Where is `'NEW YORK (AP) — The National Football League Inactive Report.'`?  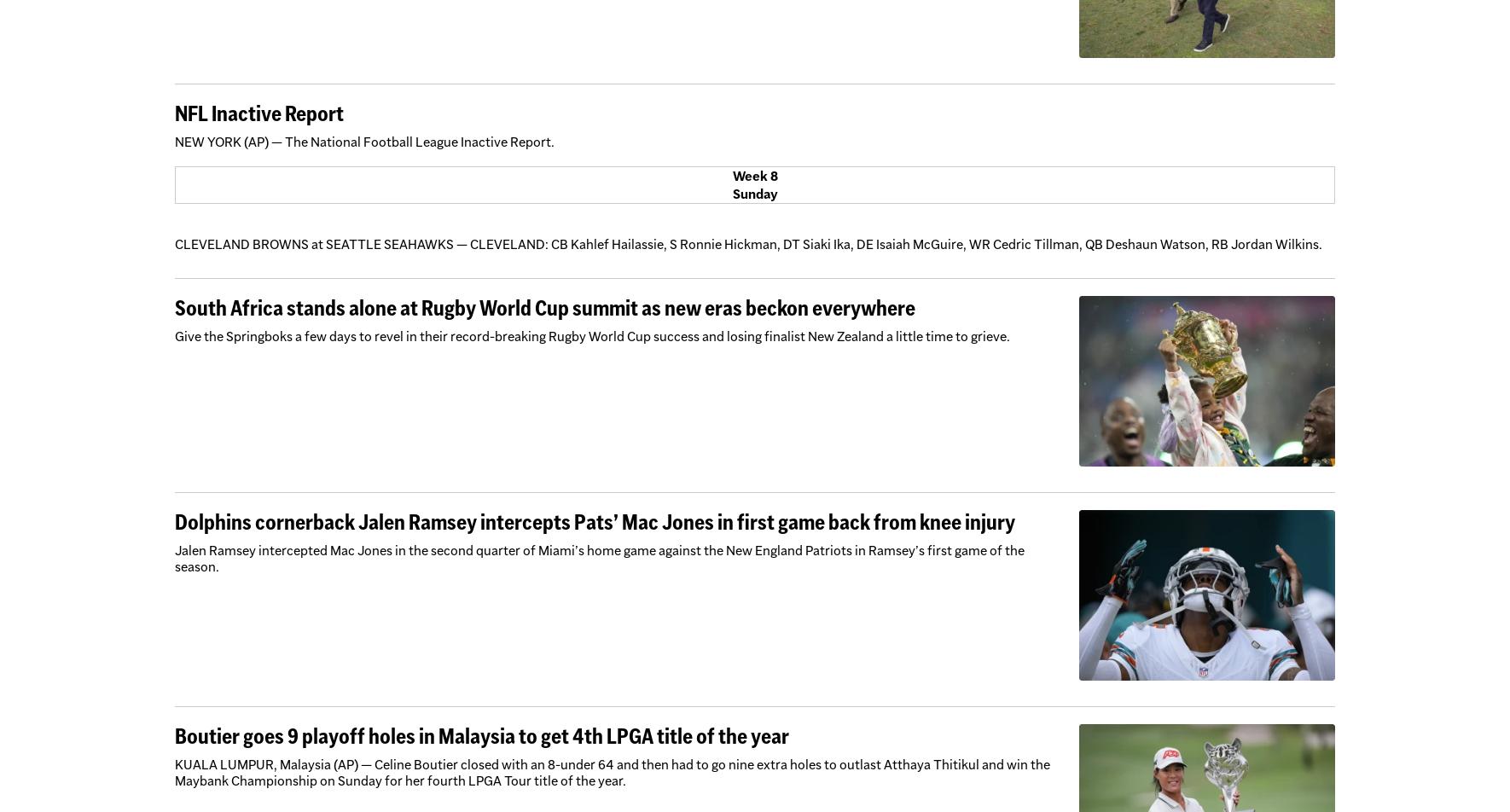 'NEW YORK (AP) — The National Football League Inactive Report.' is located at coordinates (363, 142).